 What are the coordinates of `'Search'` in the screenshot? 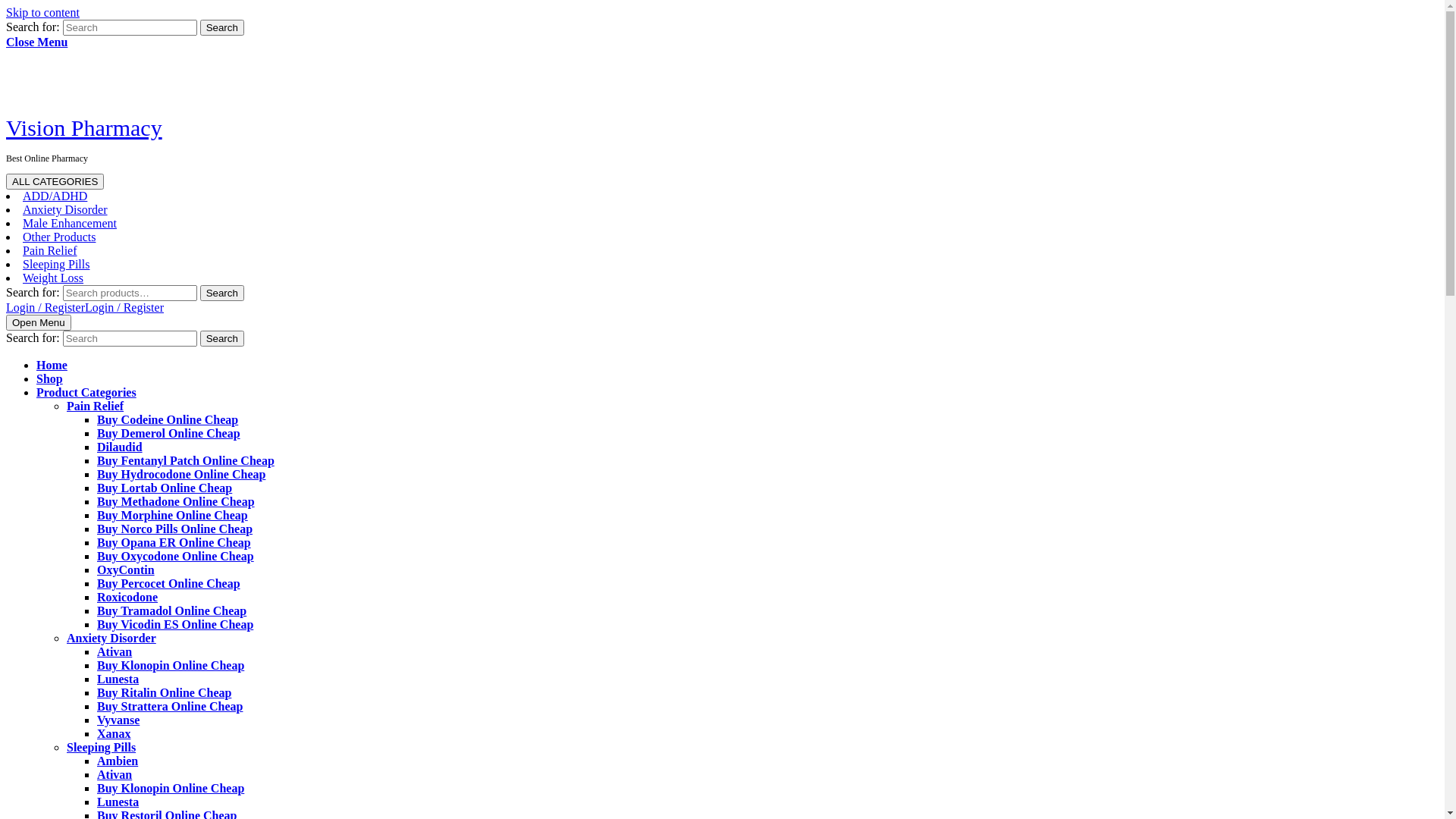 It's located at (221, 293).